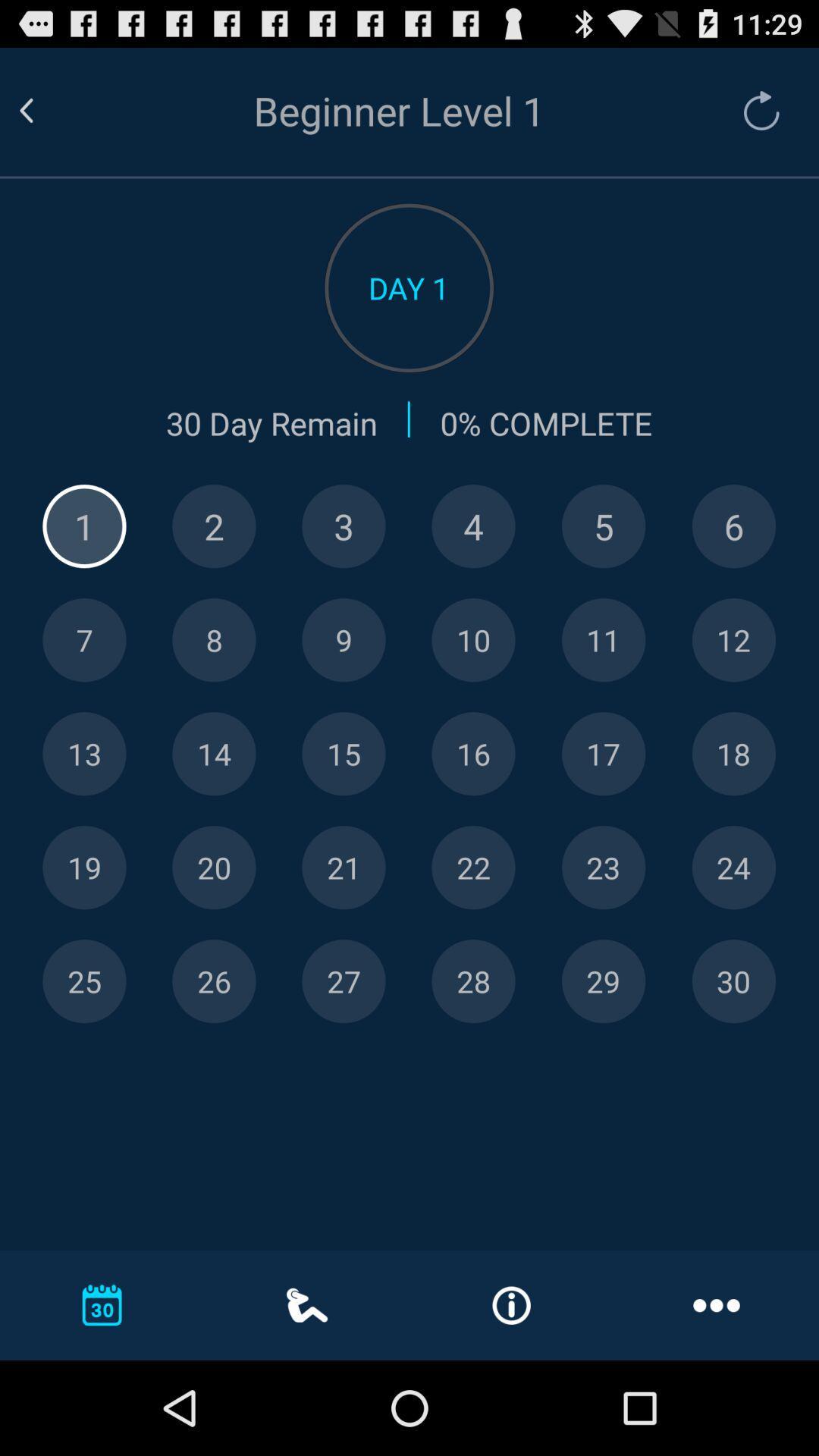 This screenshot has height=1456, width=819. Describe the element at coordinates (84, 640) in the screenshot. I see `7th day of training` at that location.